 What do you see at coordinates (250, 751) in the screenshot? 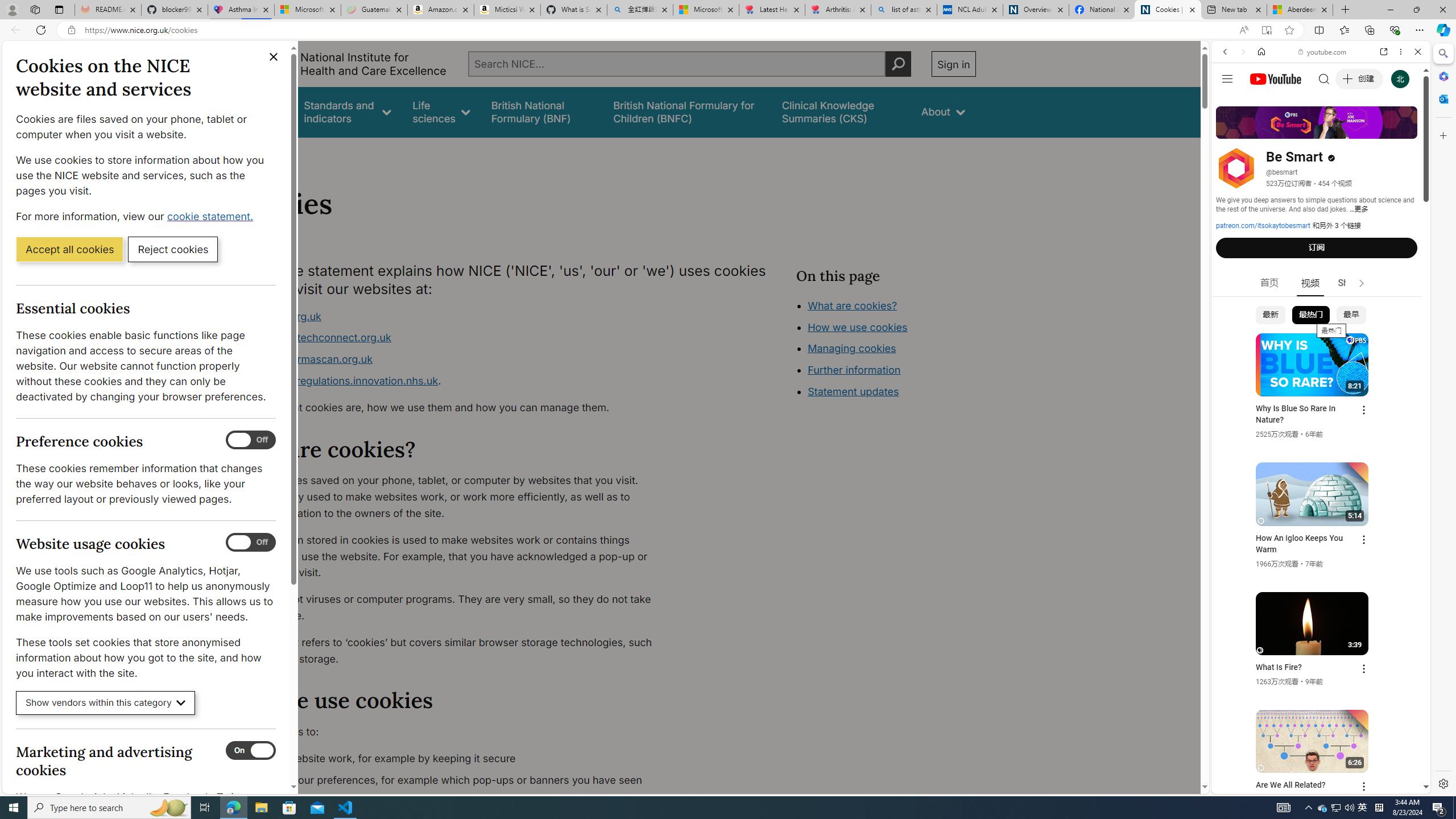
I see `'Marketing and advertising cookies'` at bounding box center [250, 751].